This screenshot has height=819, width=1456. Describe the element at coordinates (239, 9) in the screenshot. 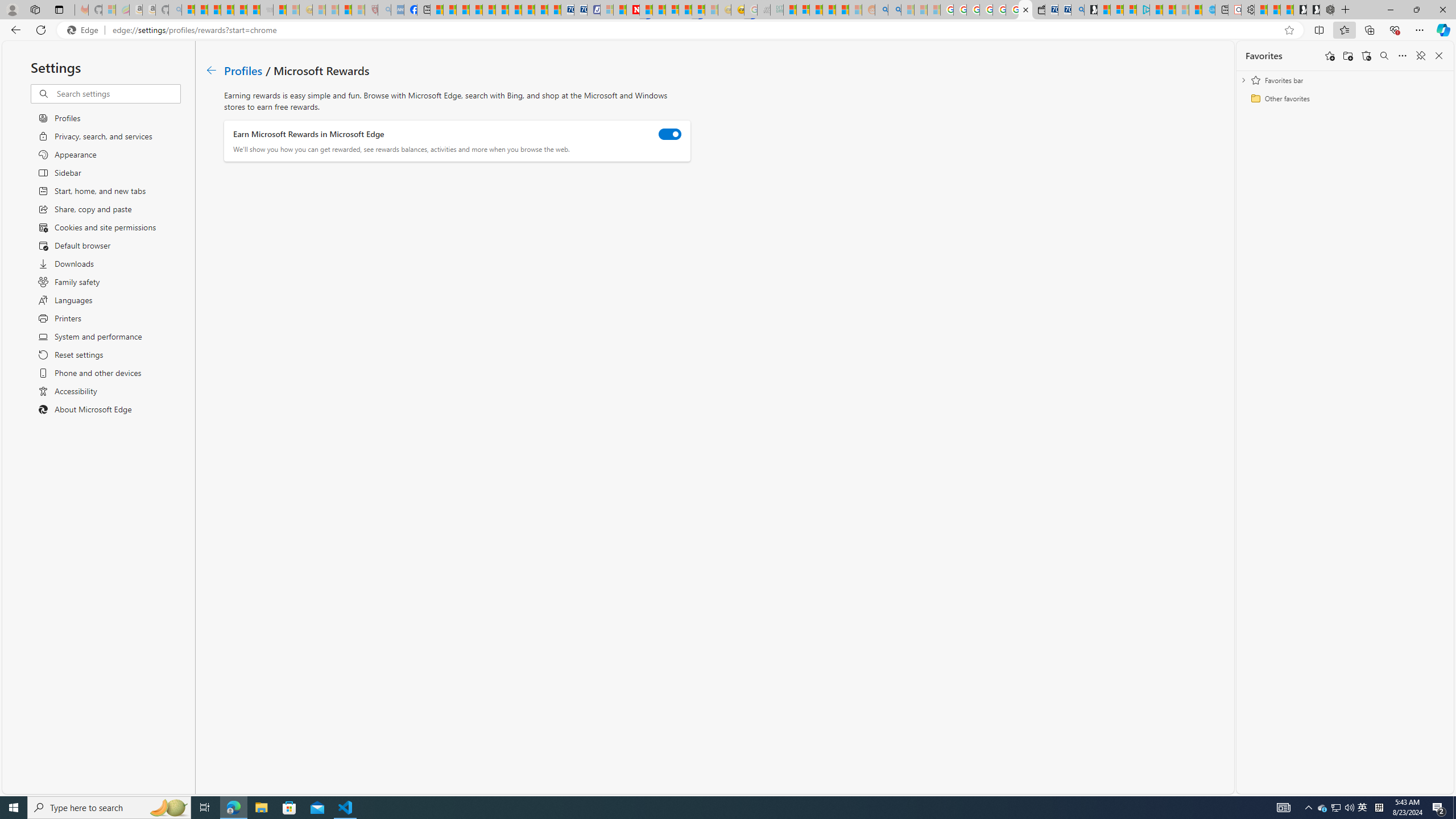

I see `'New Report Confirms 2023 Was Record Hot | Watch'` at that location.